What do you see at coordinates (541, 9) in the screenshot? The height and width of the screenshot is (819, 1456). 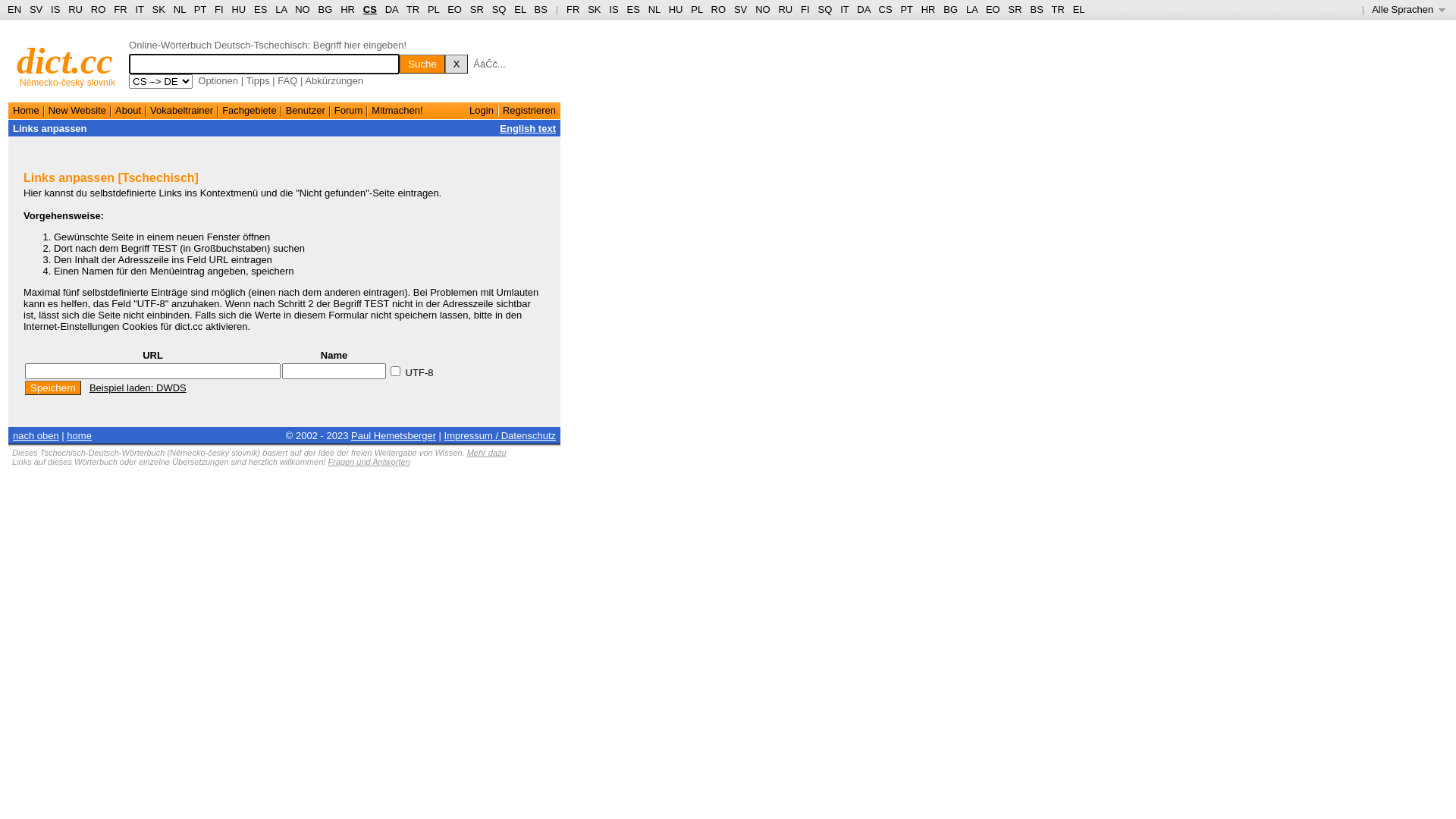 I see `'BS'` at bounding box center [541, 9].